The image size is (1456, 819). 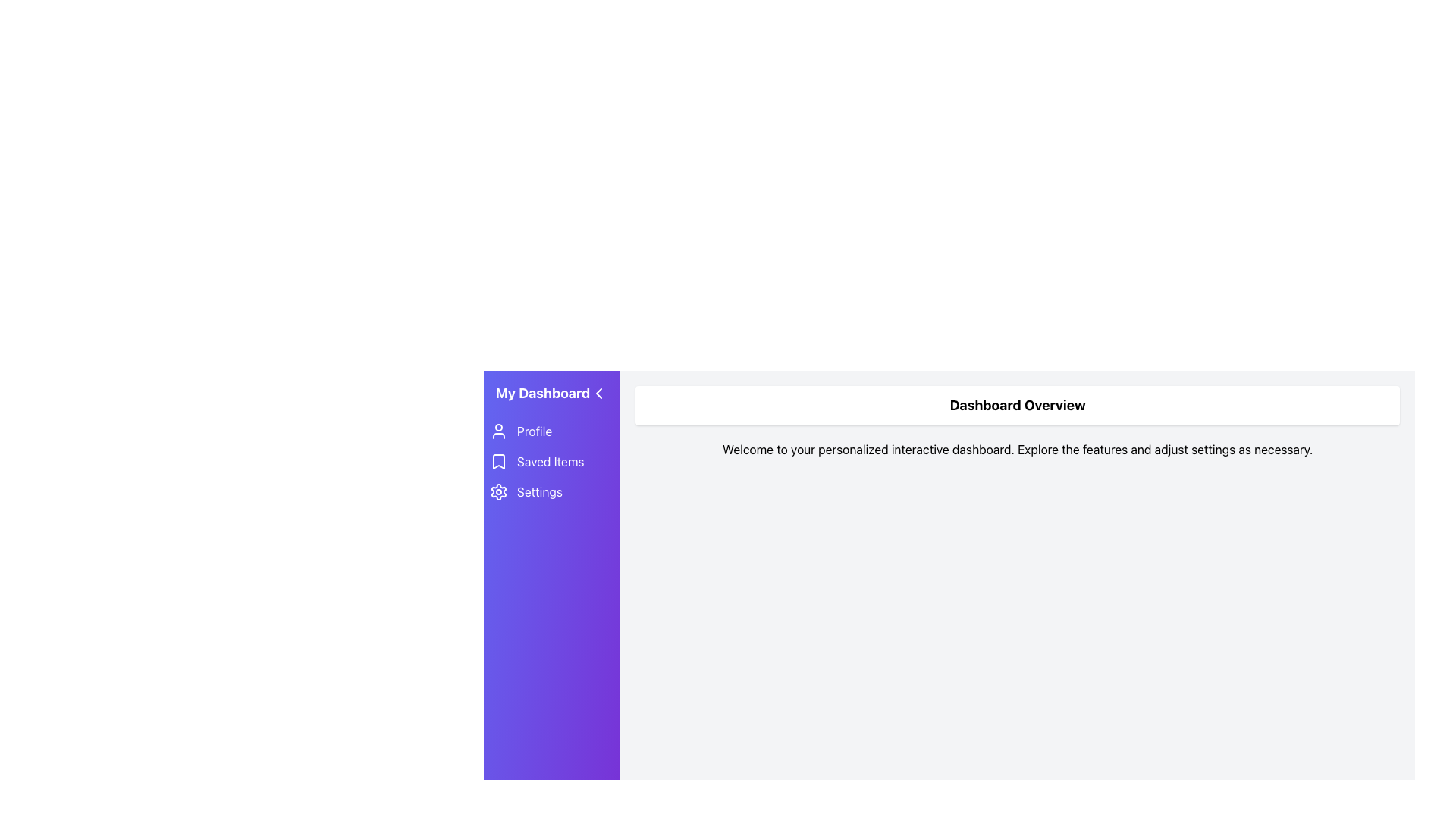 What do you see at coordinates (550, 461) in the screenshot?
I see `displayed text of the 'Saved Items' label located in the sidebar navigation menu, positioned to the right of the bookmark icon` at bounding box center [550, 461].